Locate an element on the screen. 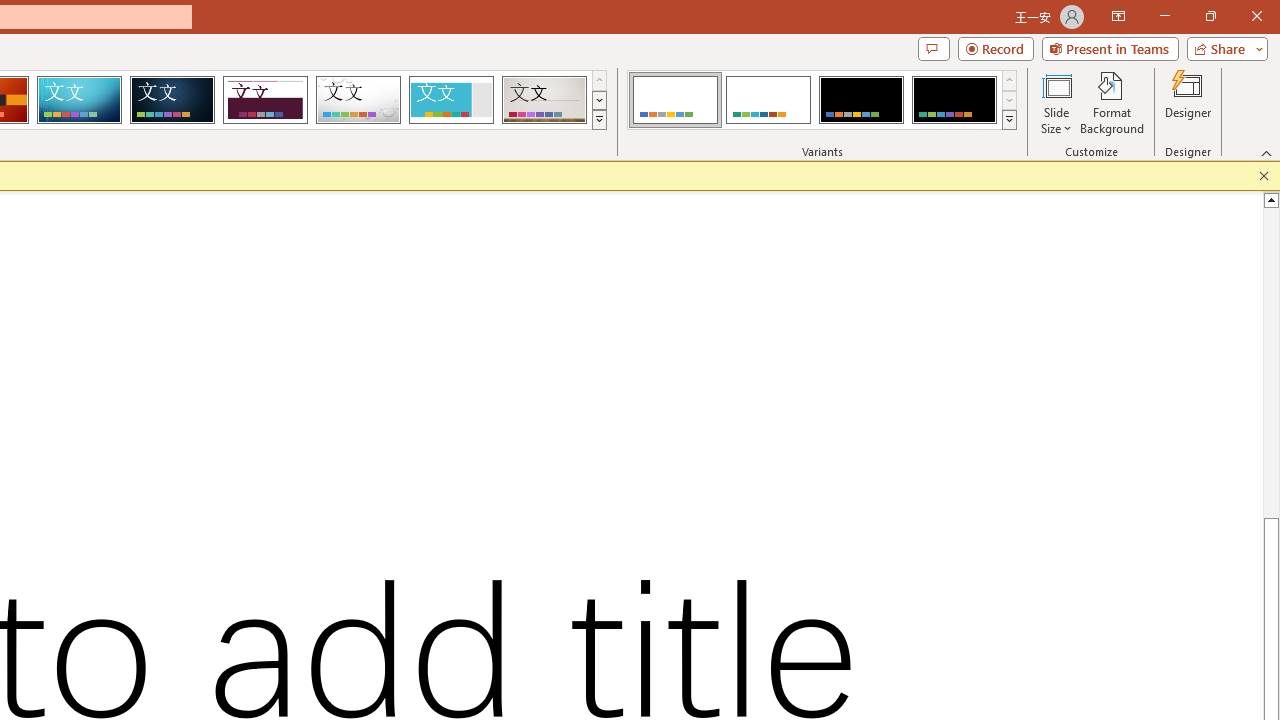  'Office Theme Variant 4' is located at coordinates (953, 100).